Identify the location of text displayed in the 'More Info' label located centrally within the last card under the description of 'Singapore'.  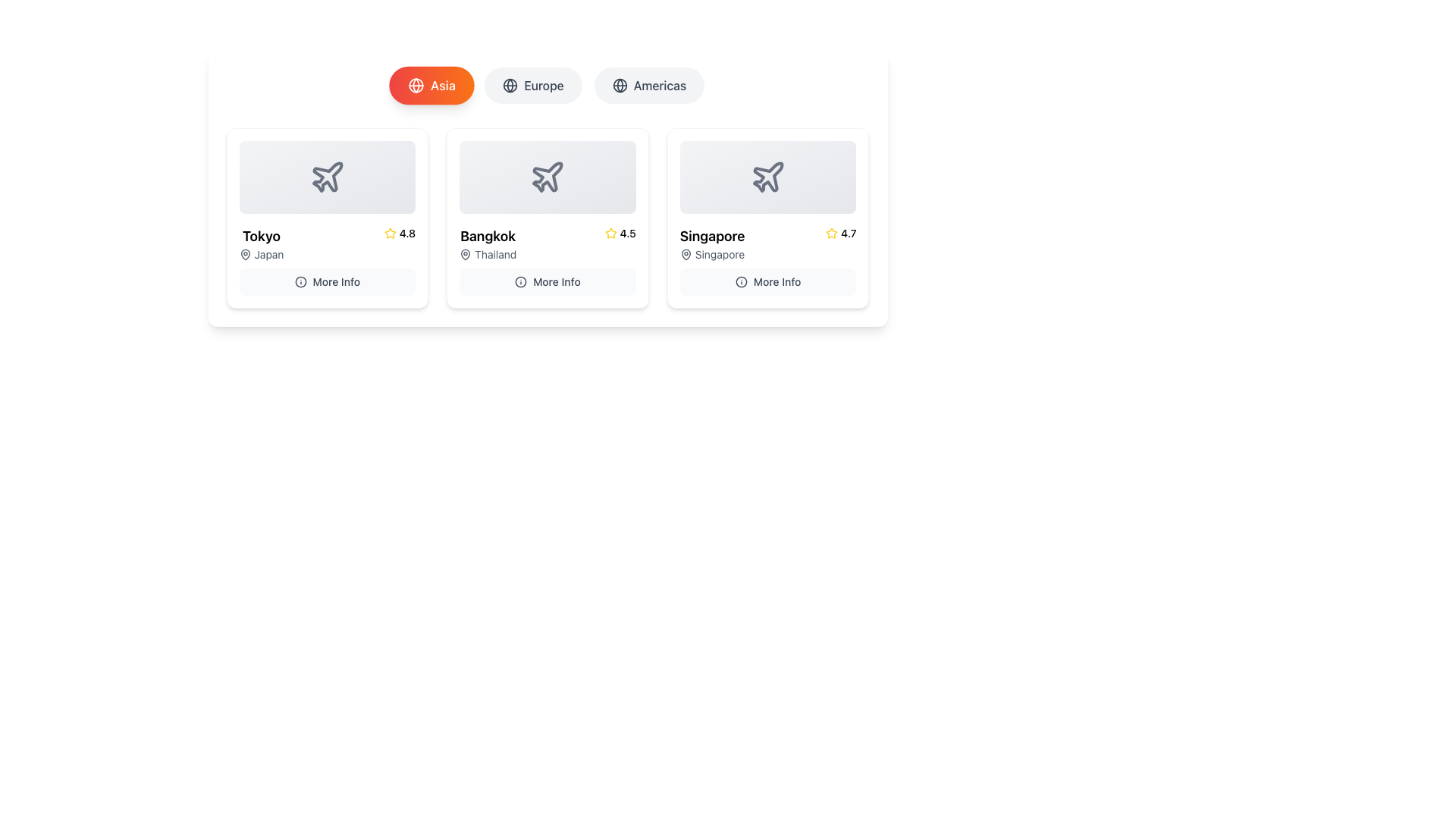
(777, 281).